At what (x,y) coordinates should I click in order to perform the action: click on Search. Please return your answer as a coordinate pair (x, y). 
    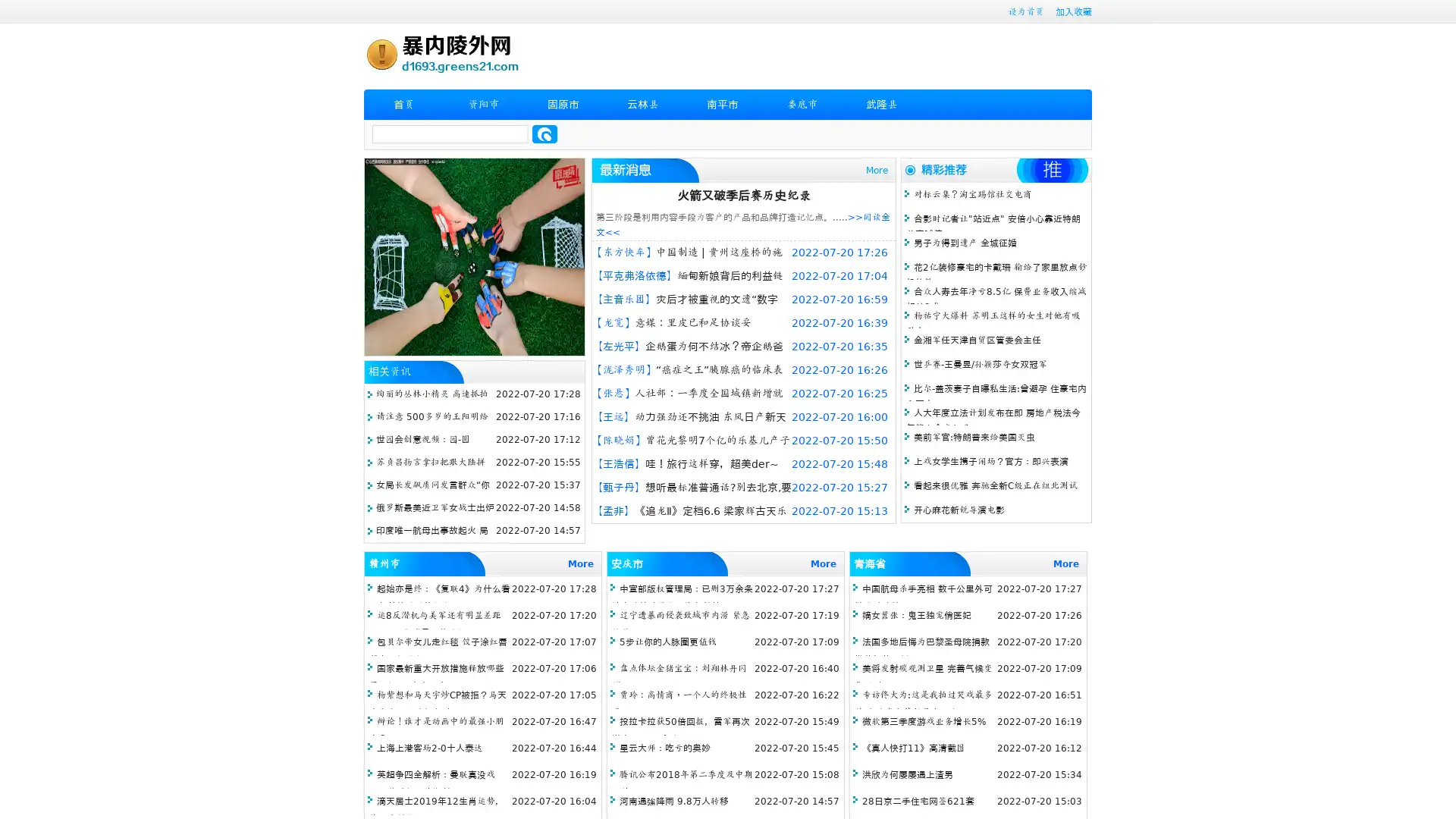
    Looking at the image, I should click on (544, 133).